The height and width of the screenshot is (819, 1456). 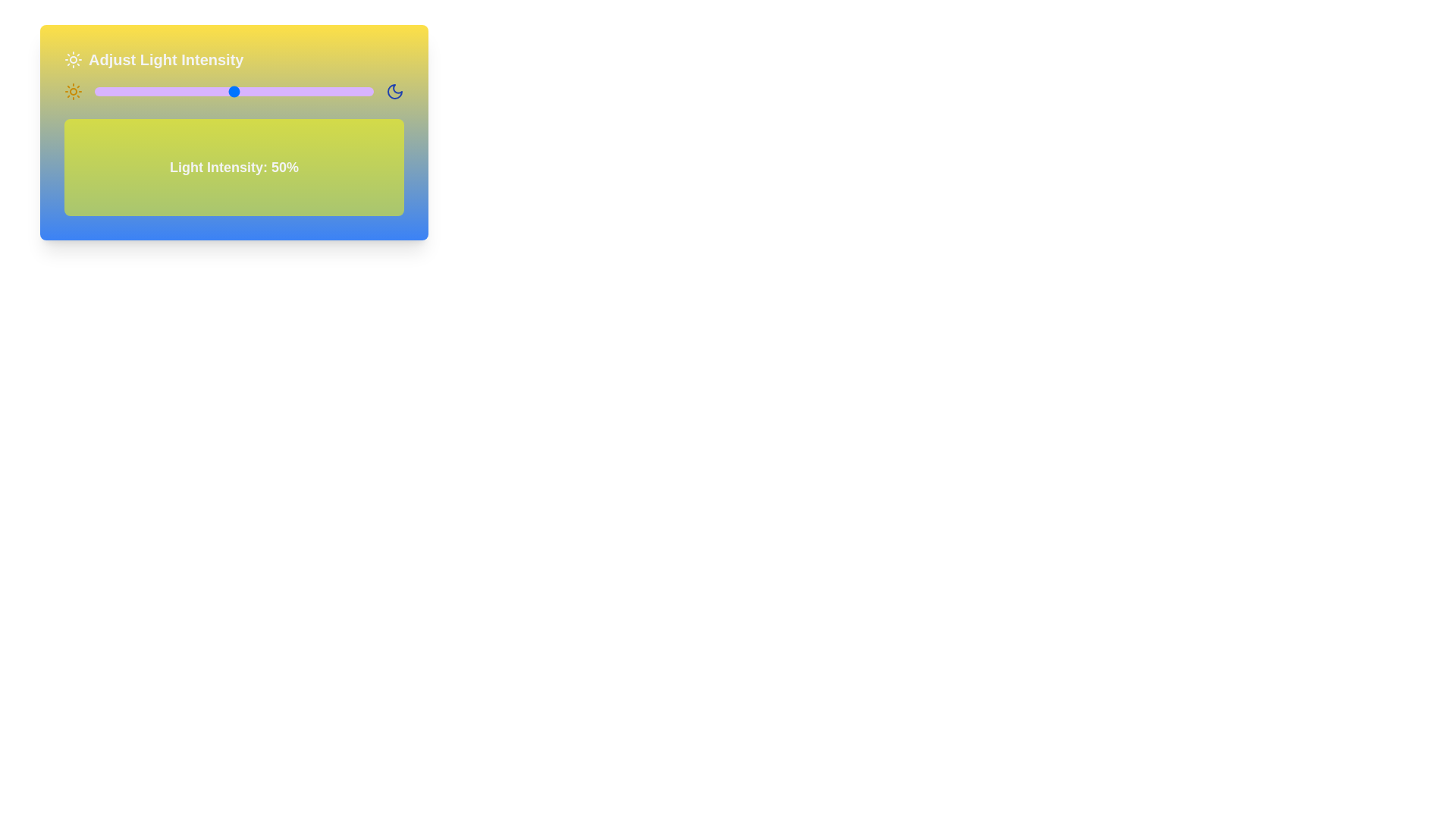 I want to click on the light intensity to 7% by interacting with the slider, so click(x=113, y=91).